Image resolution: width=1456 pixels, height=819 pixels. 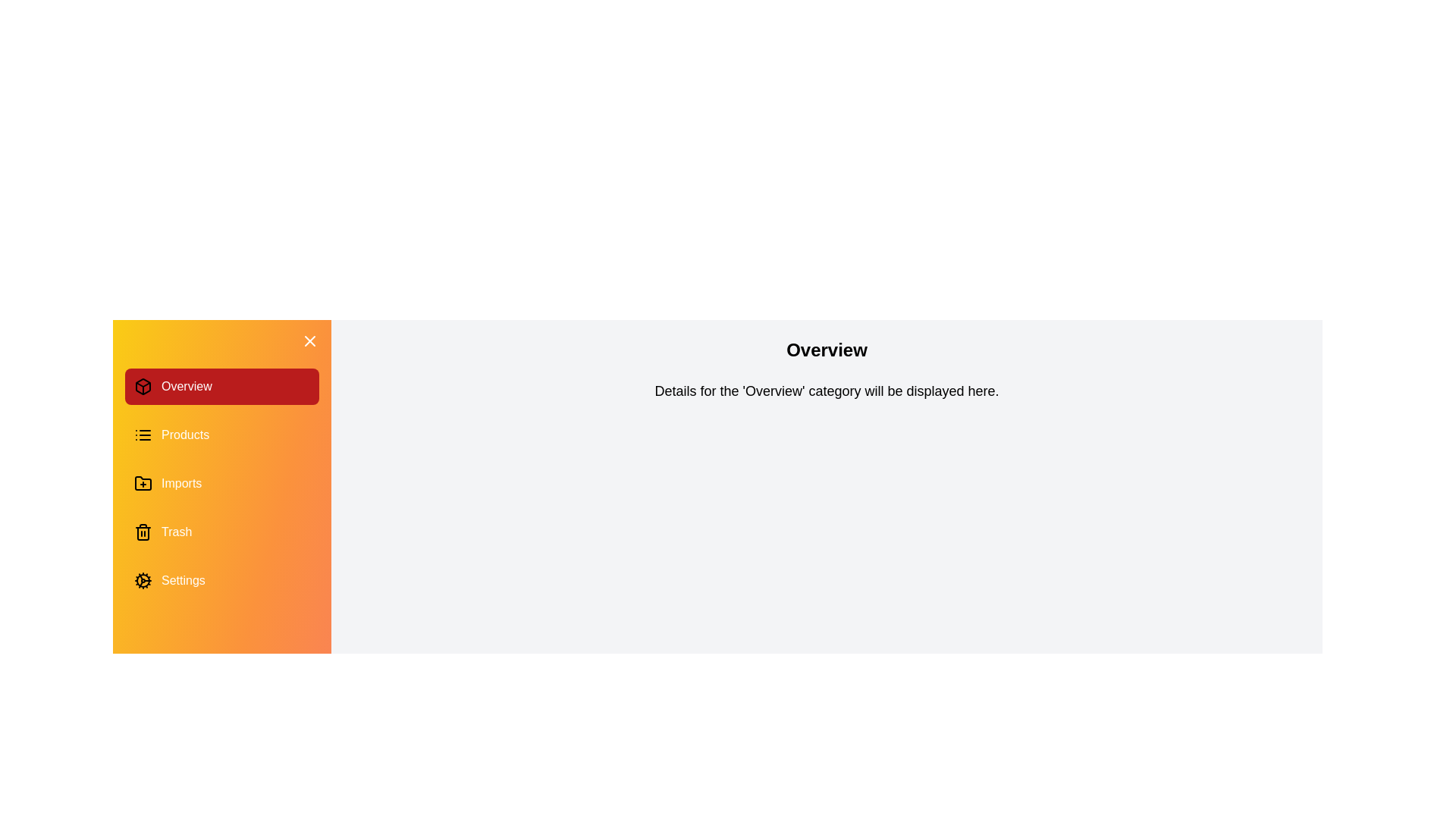 I want to click on the category item Settings to observe the hover effect, so click(x=221, y=580).